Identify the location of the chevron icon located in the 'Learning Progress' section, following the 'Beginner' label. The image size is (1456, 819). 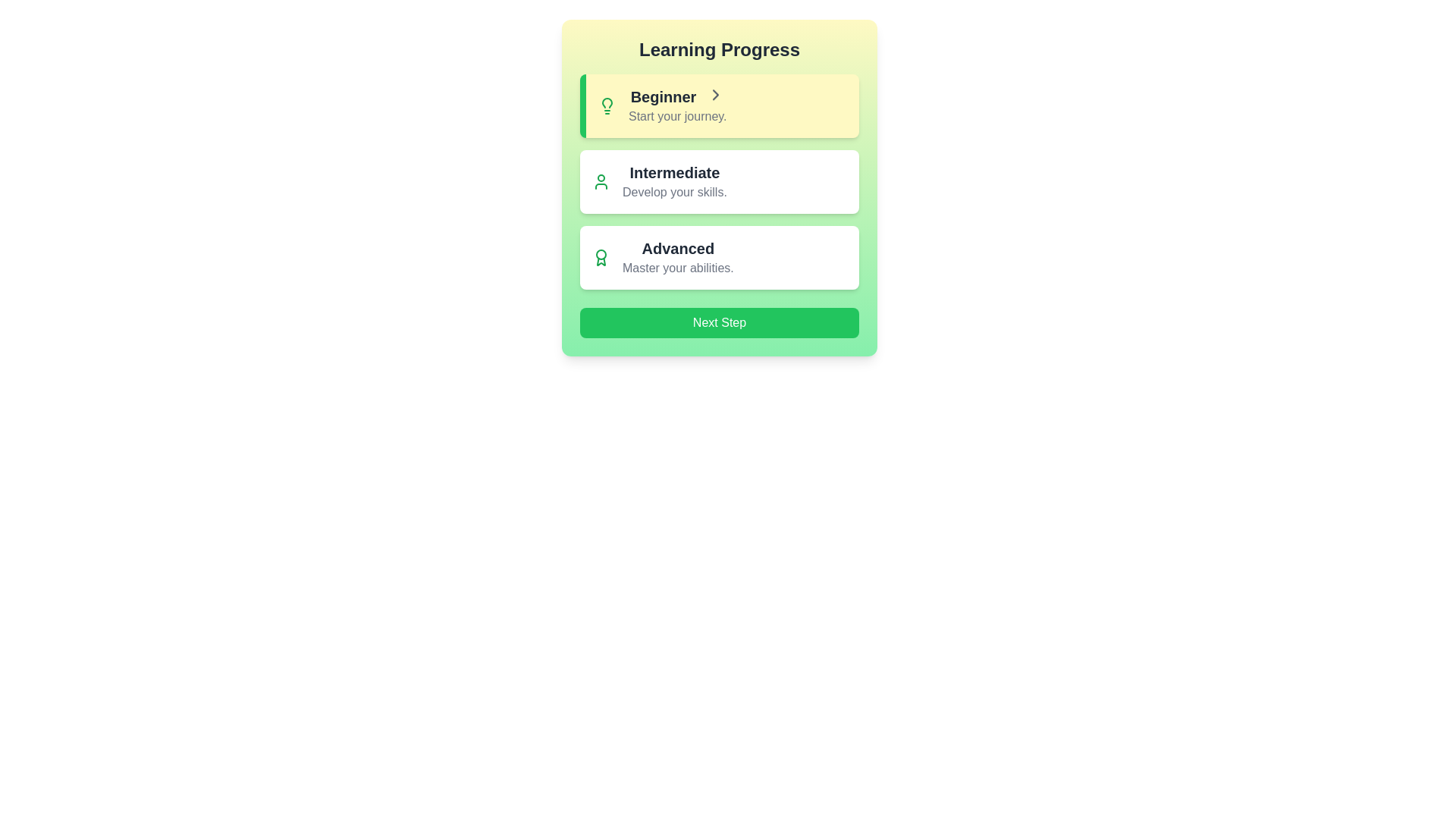
(714, 96).